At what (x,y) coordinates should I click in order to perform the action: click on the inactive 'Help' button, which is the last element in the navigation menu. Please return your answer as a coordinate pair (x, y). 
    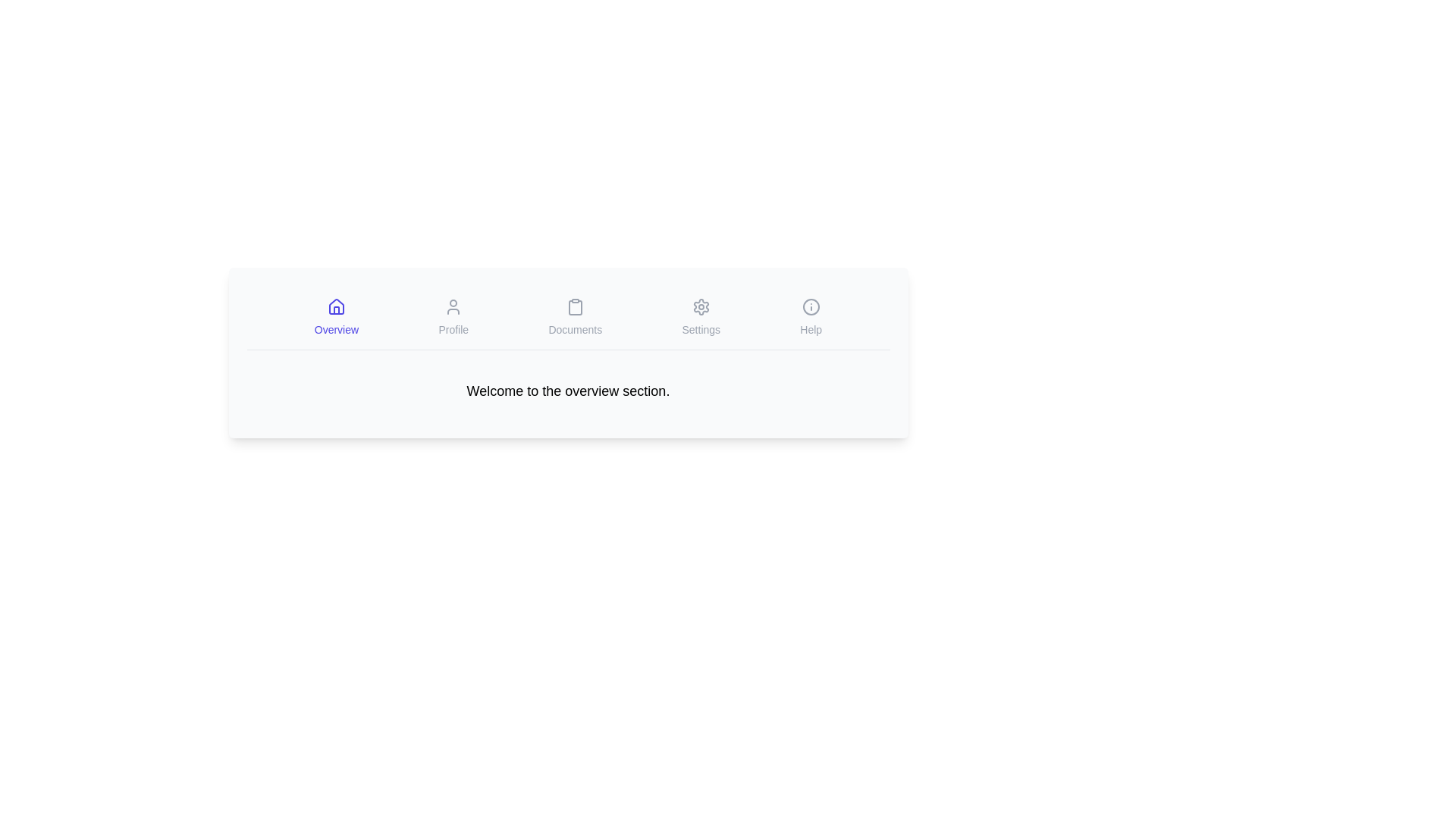
    Looking at the image, I should click on (810, 317).